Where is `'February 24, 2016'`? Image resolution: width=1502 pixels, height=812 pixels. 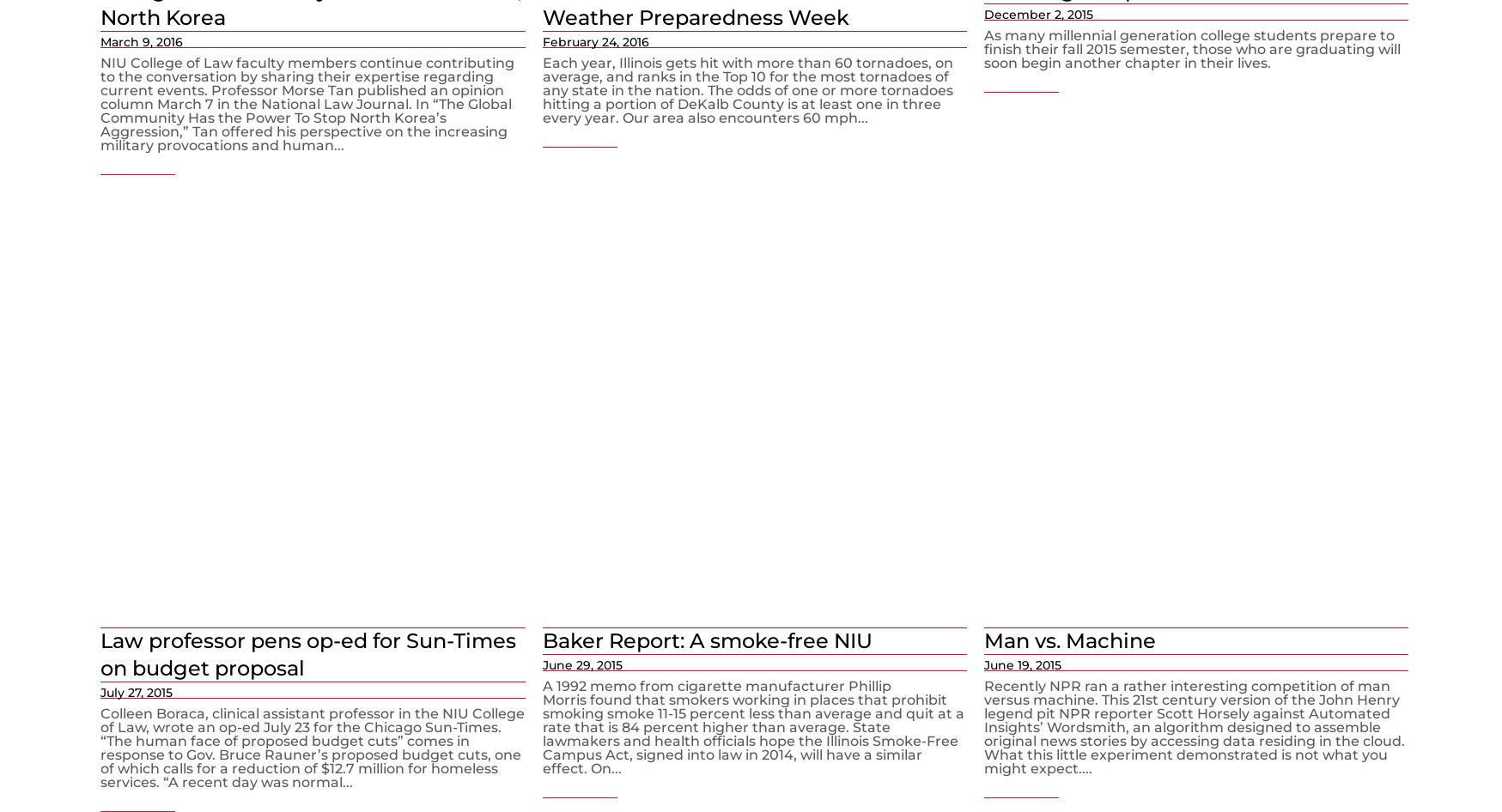
'February 24, 2016' is located at coordinates (593, 40).